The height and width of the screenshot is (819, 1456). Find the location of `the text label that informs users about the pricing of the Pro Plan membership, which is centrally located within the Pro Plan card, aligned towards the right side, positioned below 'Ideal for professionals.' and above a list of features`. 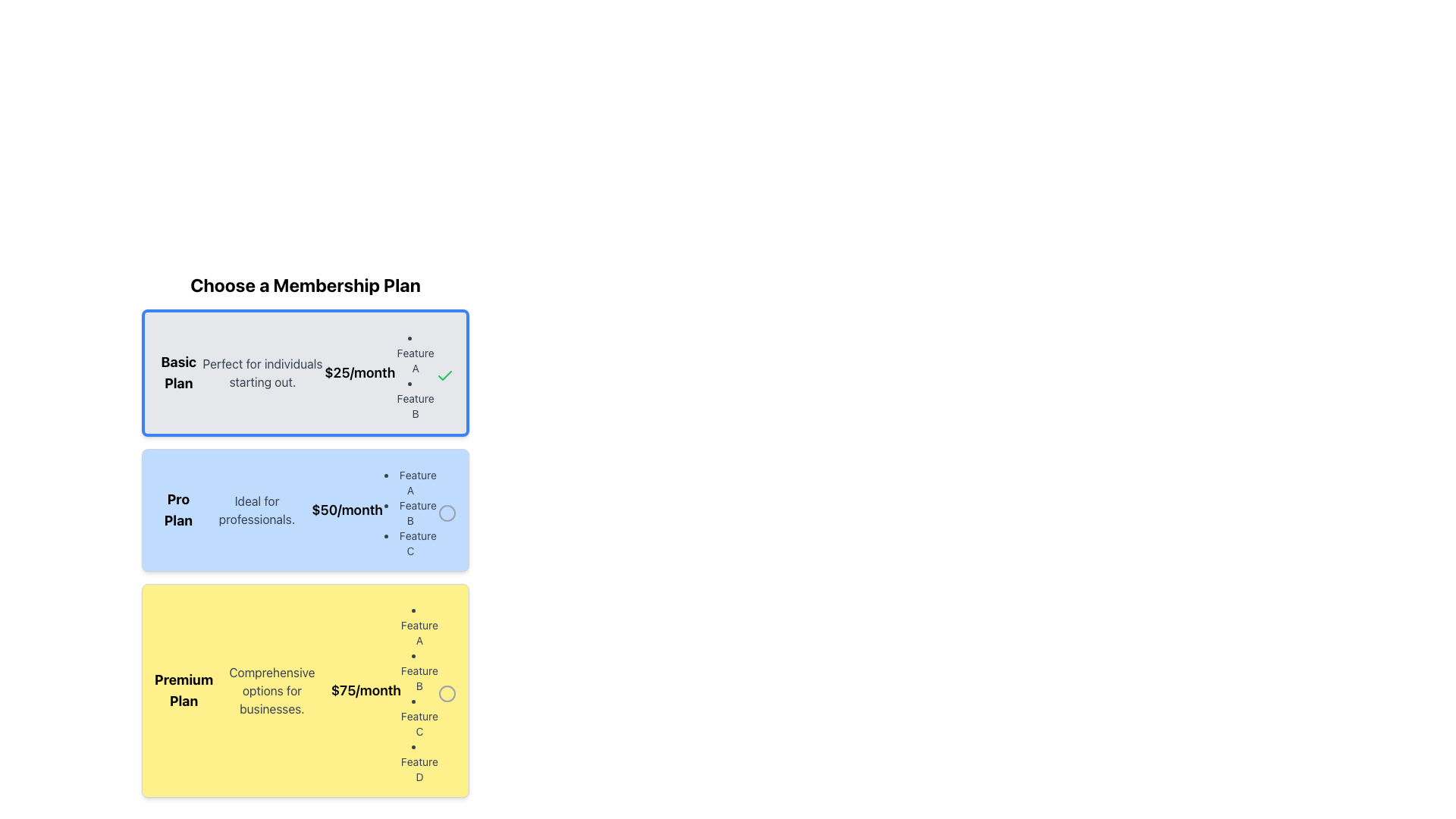

the text label that informs users about the pricing of the Pro Plan membership, which is centrally located within the Pro Plan card, aligned towards the right side, positioned below 'Ideal for professionals.' and above a list of features is located at coordinates (347, 510).